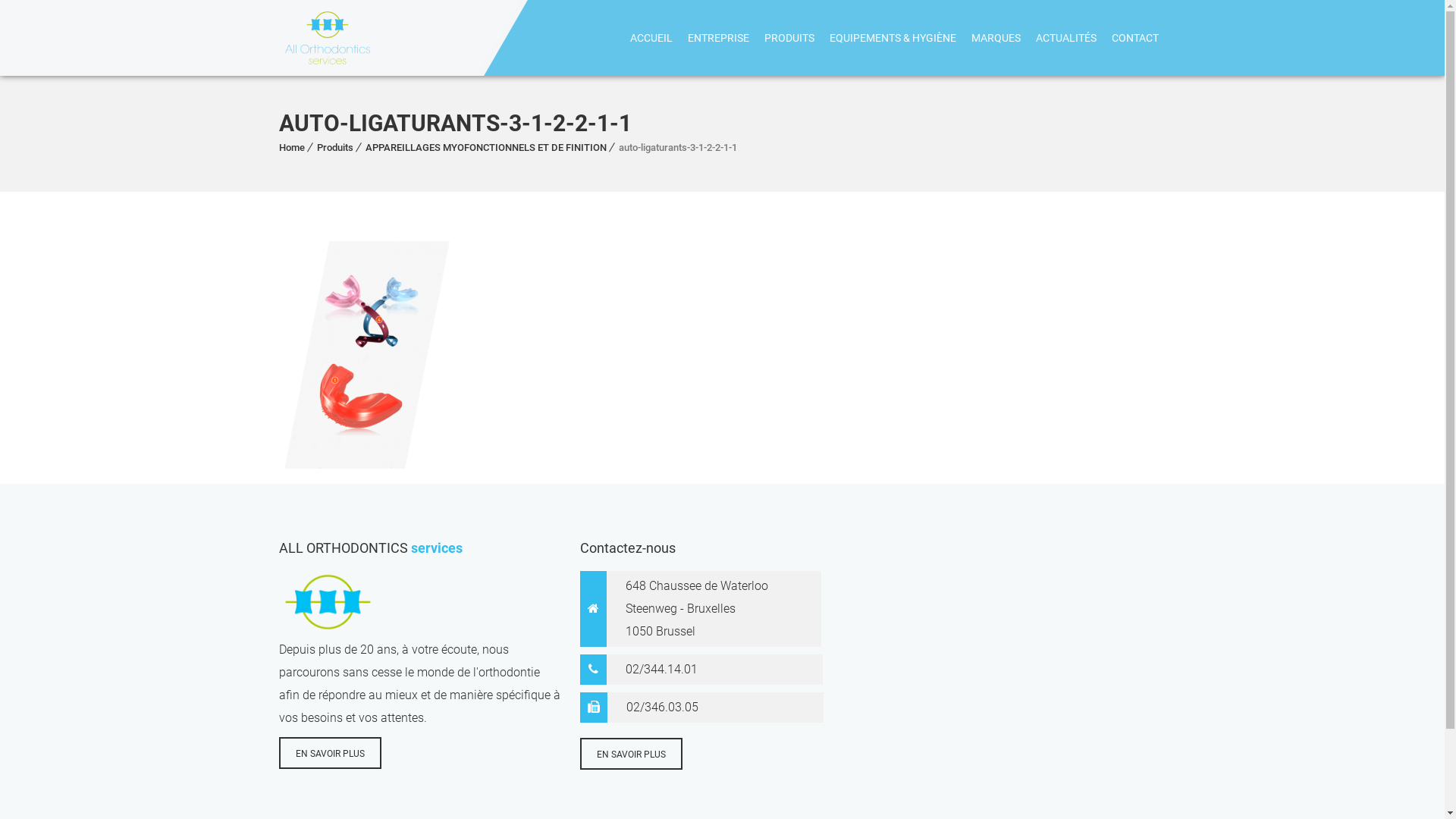  I want to click on 'All Ortho', so click(279, 37).